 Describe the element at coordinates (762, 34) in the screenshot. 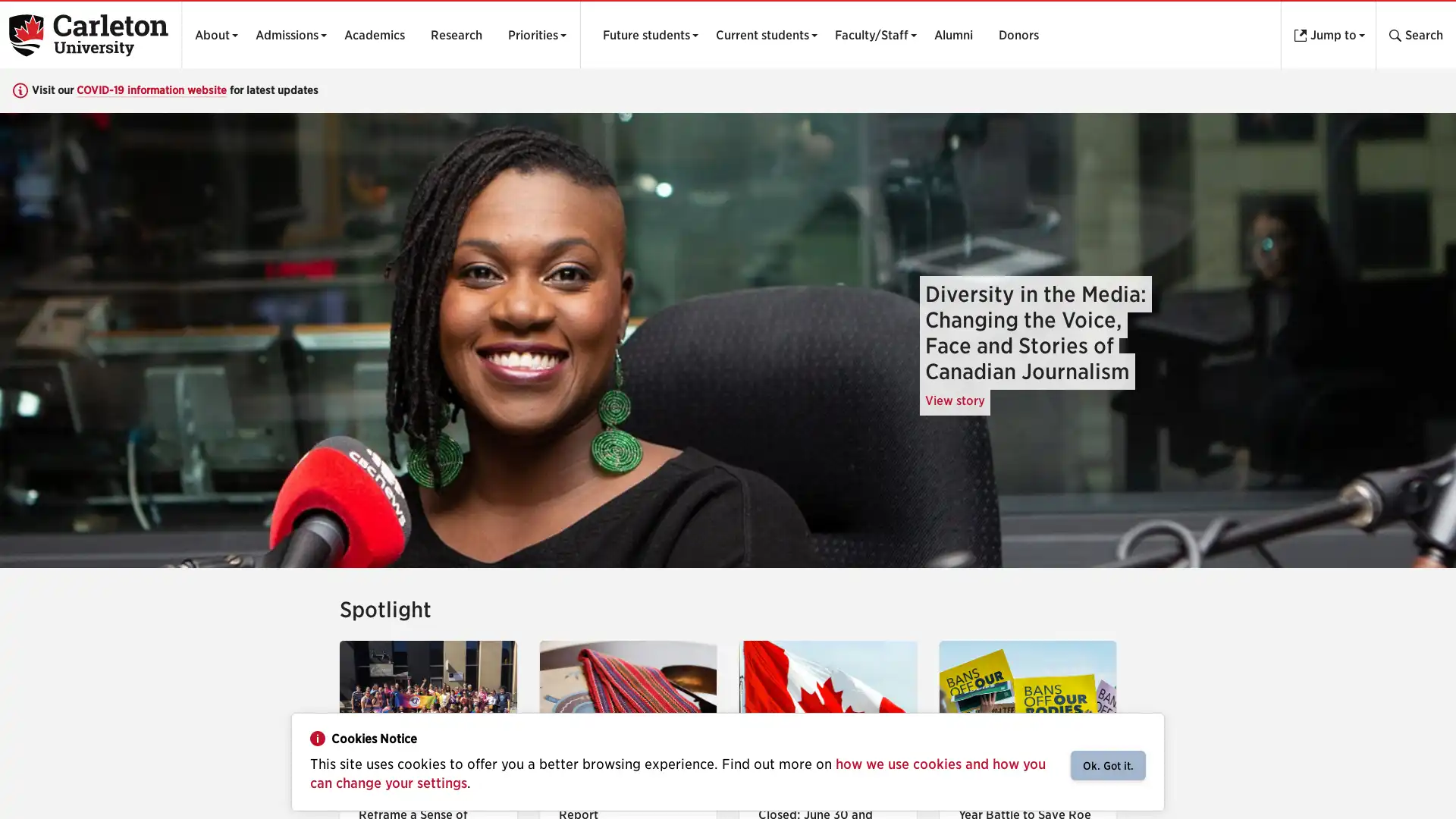

I see `Open Menu` at that location.